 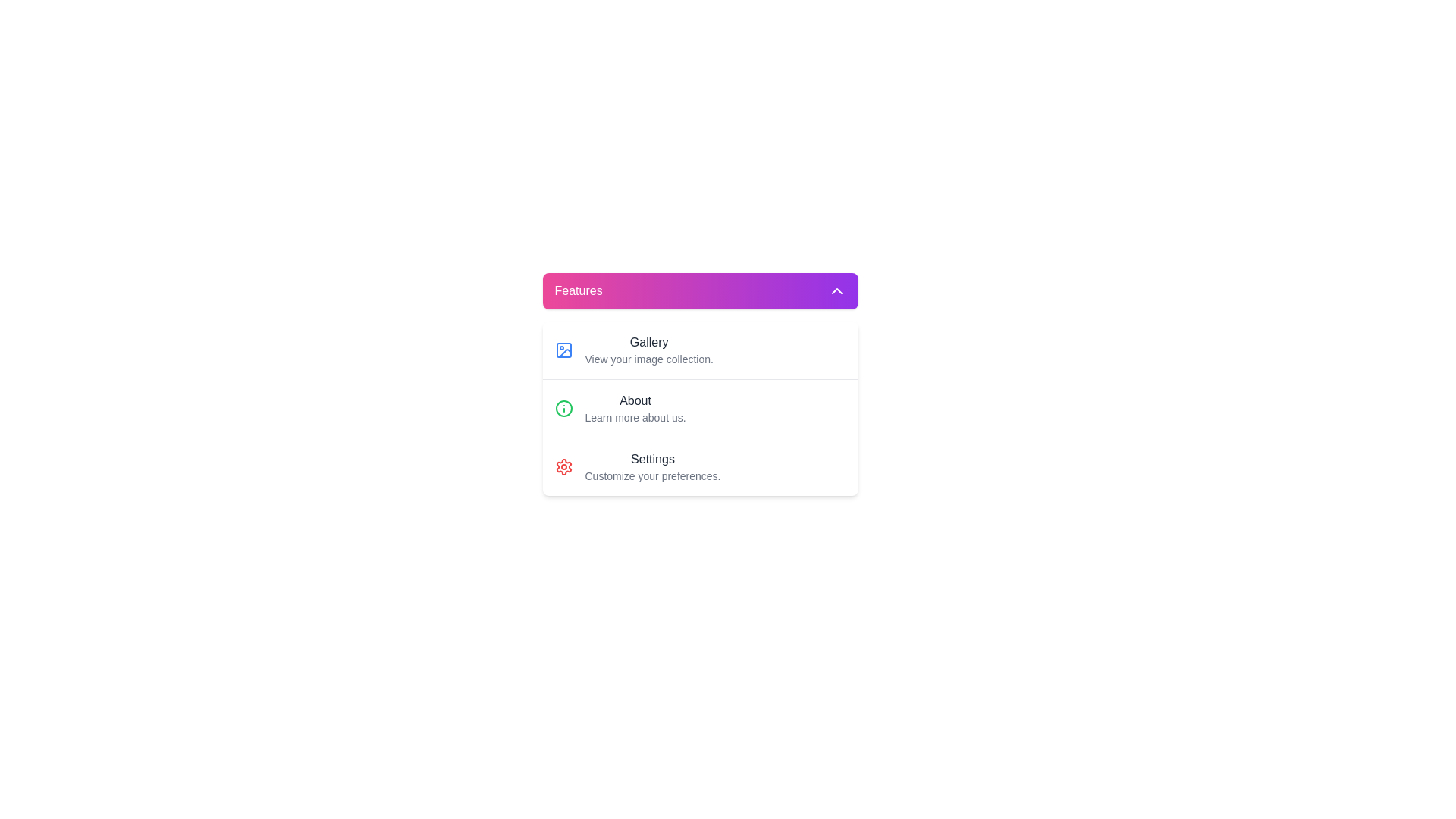 I want to click on the third list item with a red cogwheel icon and the text 'Settings' that allows customization of preferences, so click(x=699, y=466).